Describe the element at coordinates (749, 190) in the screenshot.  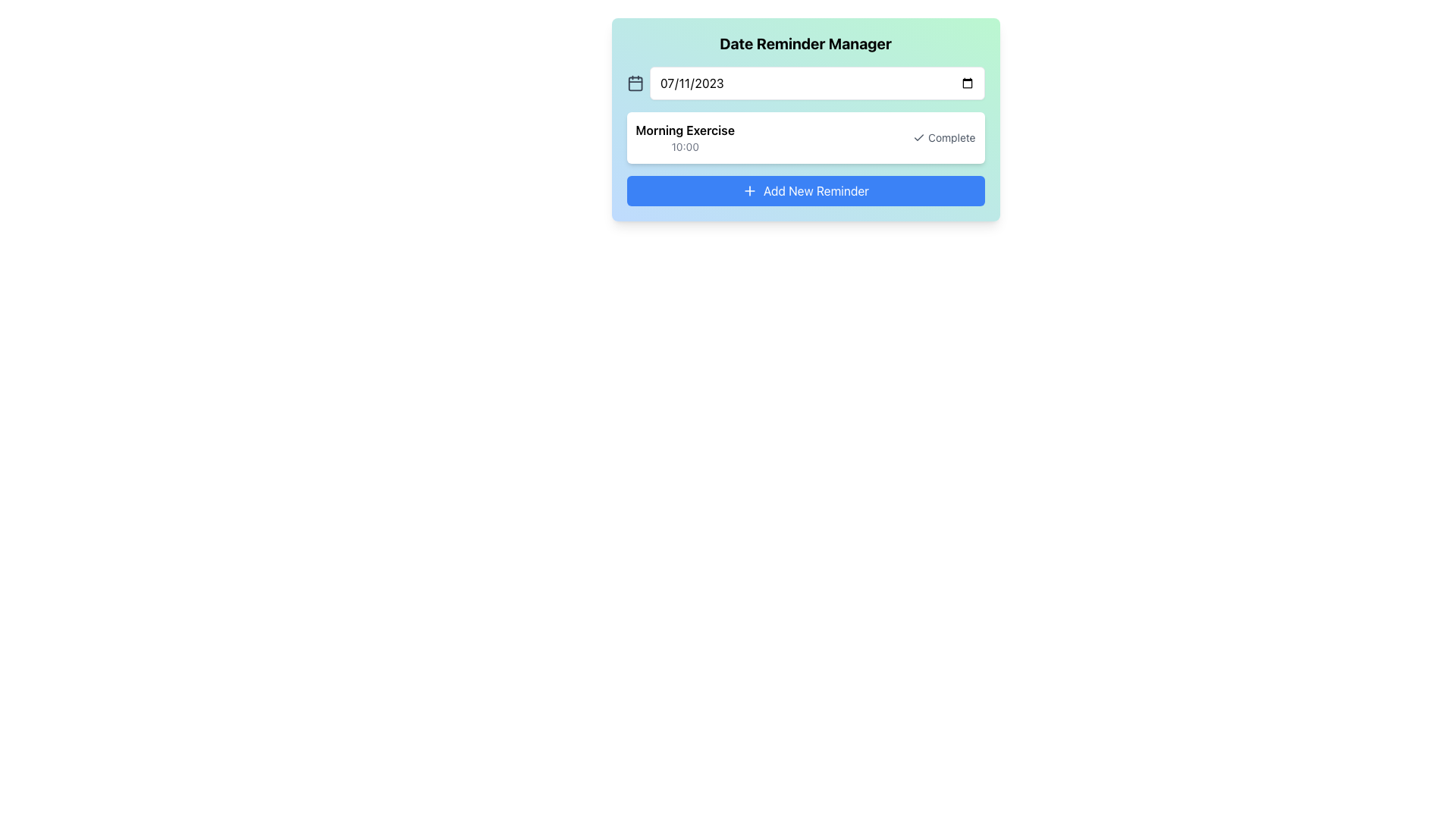
I see `the plus sign icon within the blue rectangular button labeled 'Add New Reminder'` at that location.